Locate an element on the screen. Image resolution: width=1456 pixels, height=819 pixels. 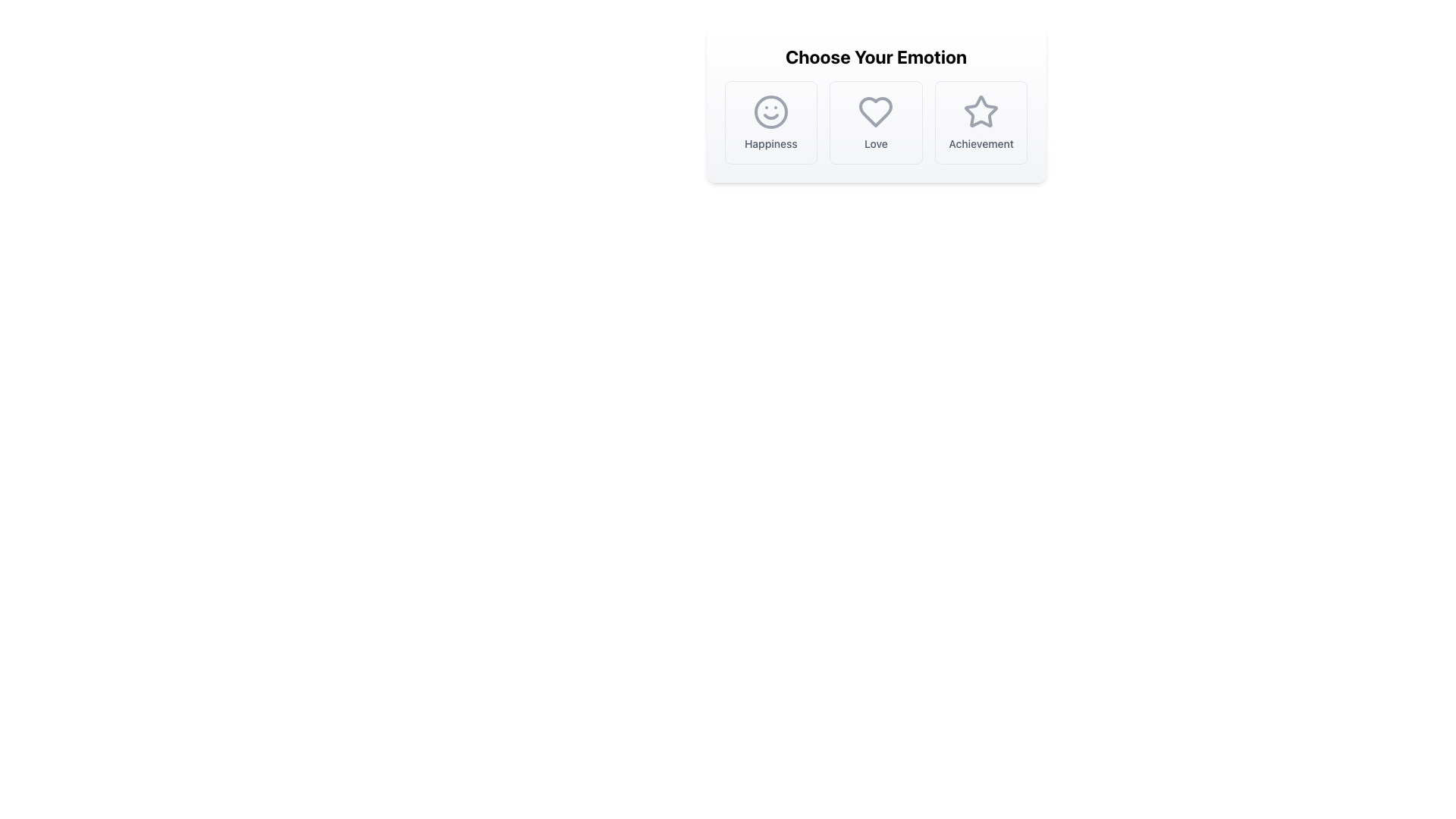
to select the 'Happiness' emotion from the interactive selection box, which is the first item in a grid layout of emotions is located at coordinates (770, 122).